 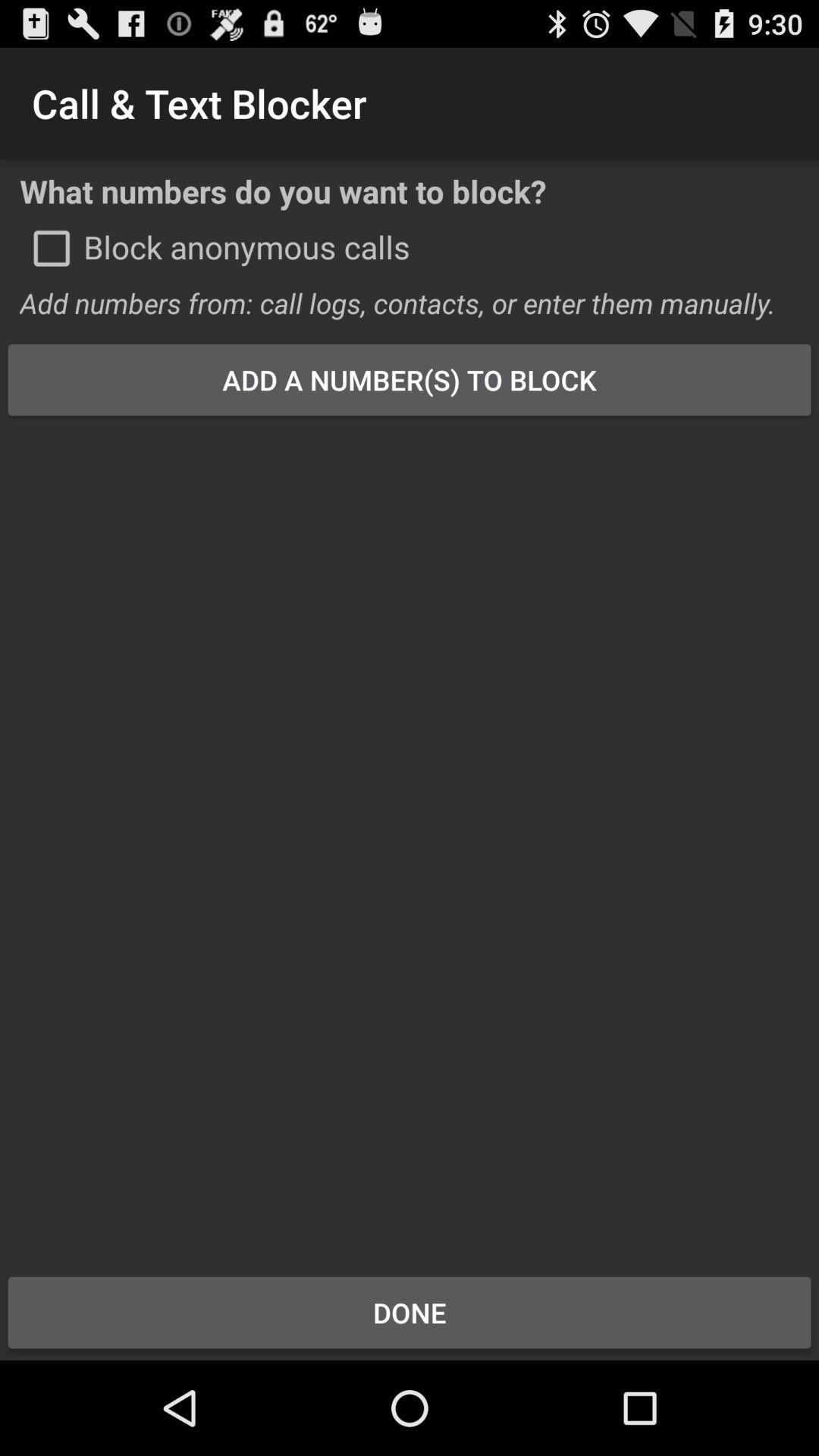 I want to click on item above the add numbers from app, so click(x=51, y=248).